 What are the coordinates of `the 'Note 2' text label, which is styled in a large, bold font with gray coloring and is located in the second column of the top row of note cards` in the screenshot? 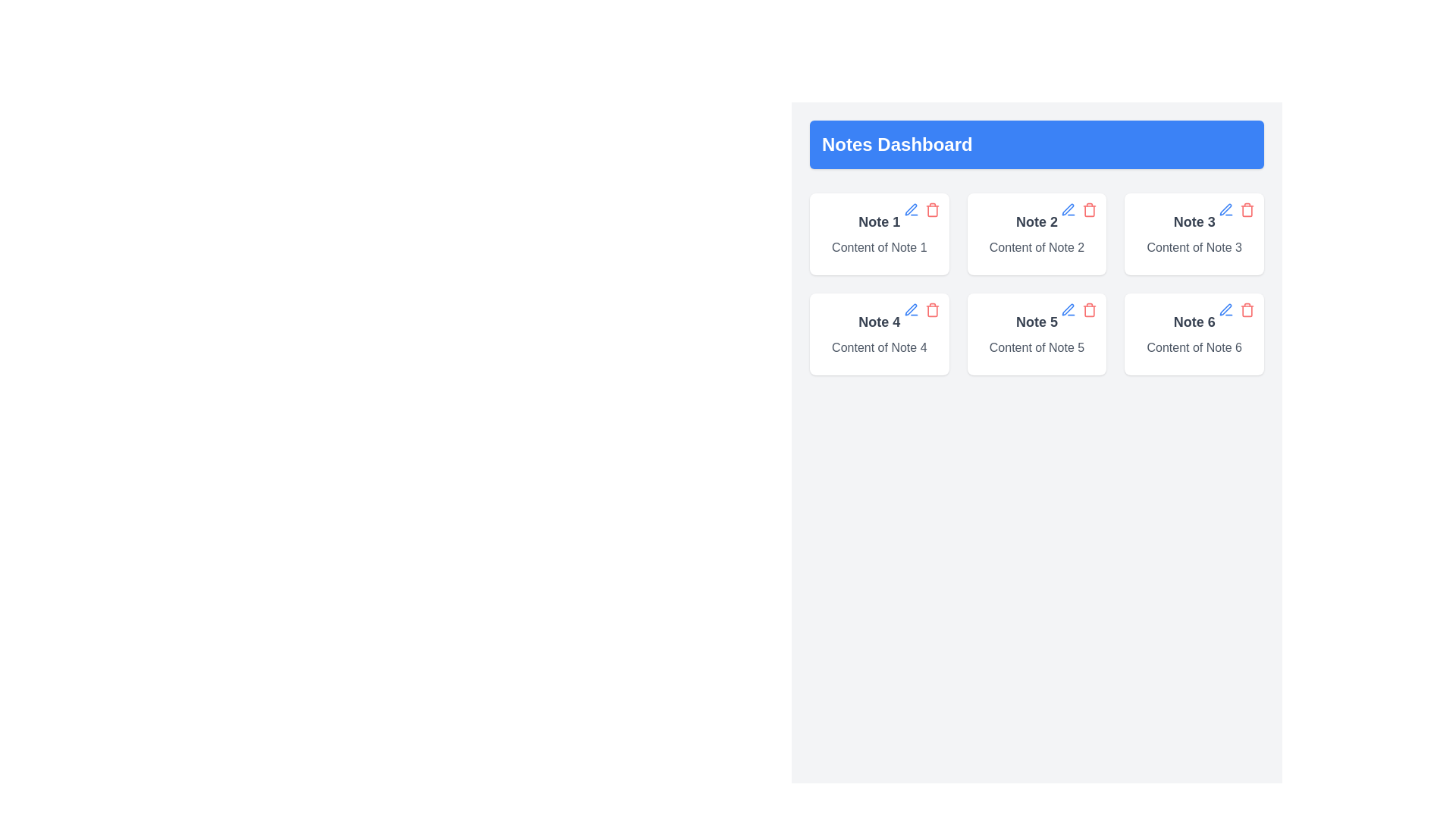 It's located at (1036, 222).